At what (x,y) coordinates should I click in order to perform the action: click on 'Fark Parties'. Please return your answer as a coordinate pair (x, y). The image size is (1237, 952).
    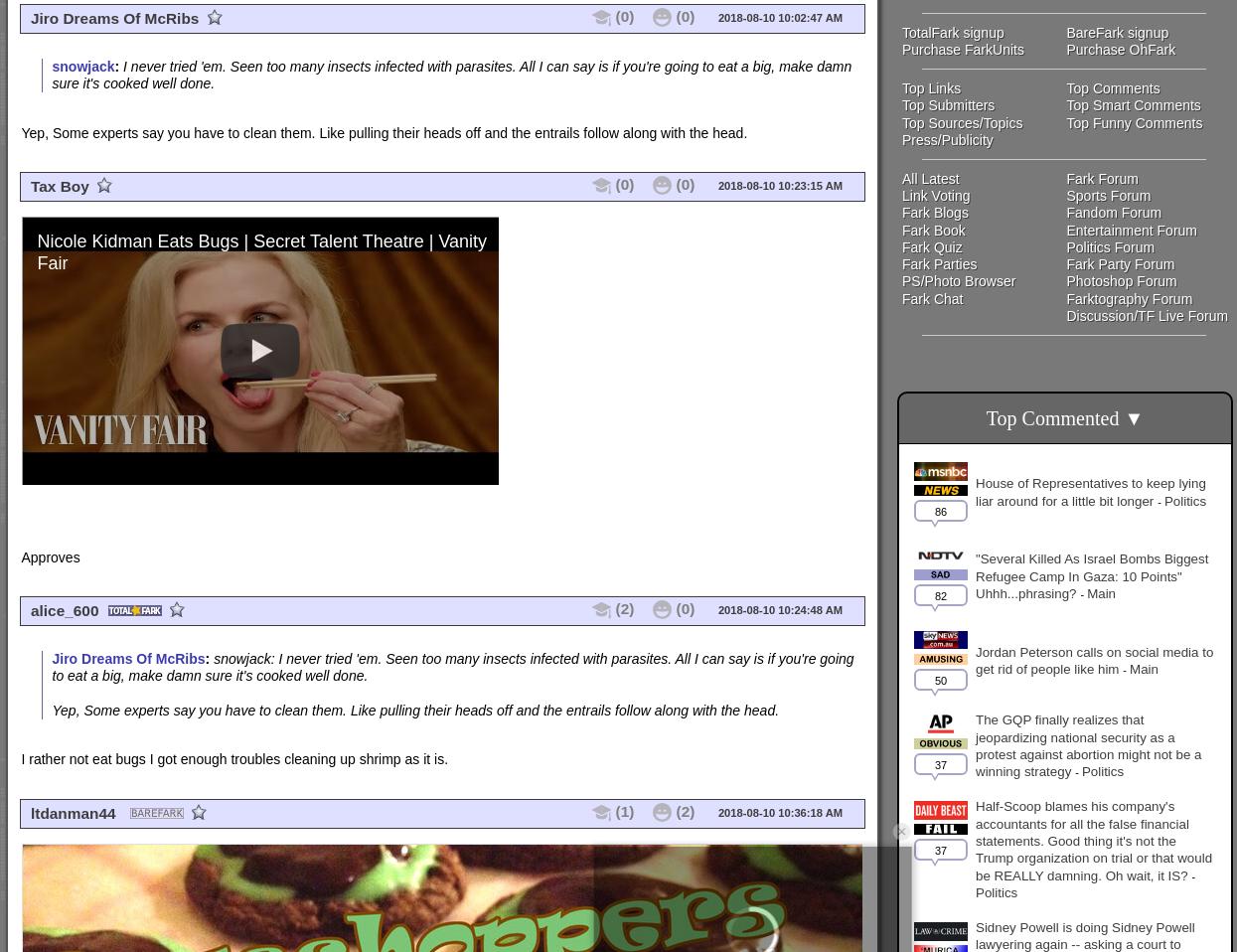
    Looking at the image, I should click on (939, 264).